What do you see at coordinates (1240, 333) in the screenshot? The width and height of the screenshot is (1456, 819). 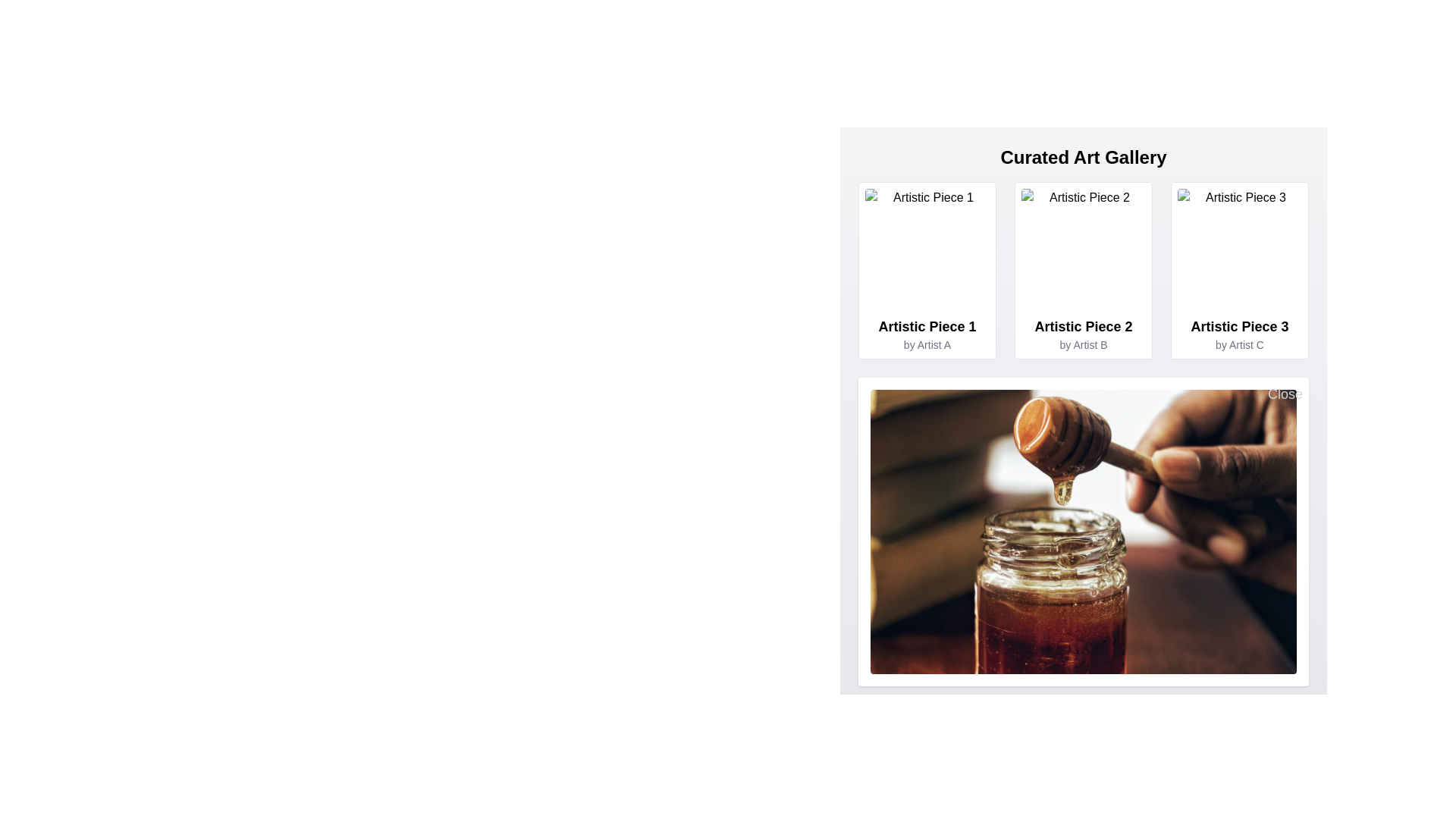 I see `the text label describing 'Artistic Piece 3' and its creator 'by Artist C', located below the image thumbnail of the third artistic piece in the grid` at bounding box center [1240, 333].